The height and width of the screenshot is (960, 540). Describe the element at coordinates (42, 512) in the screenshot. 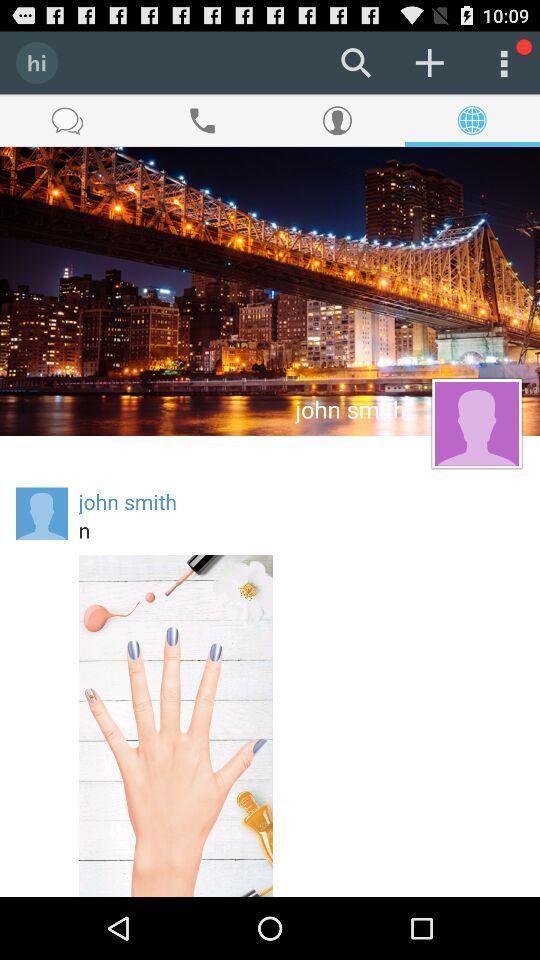

I see `item to the left of john smith app` at that location.